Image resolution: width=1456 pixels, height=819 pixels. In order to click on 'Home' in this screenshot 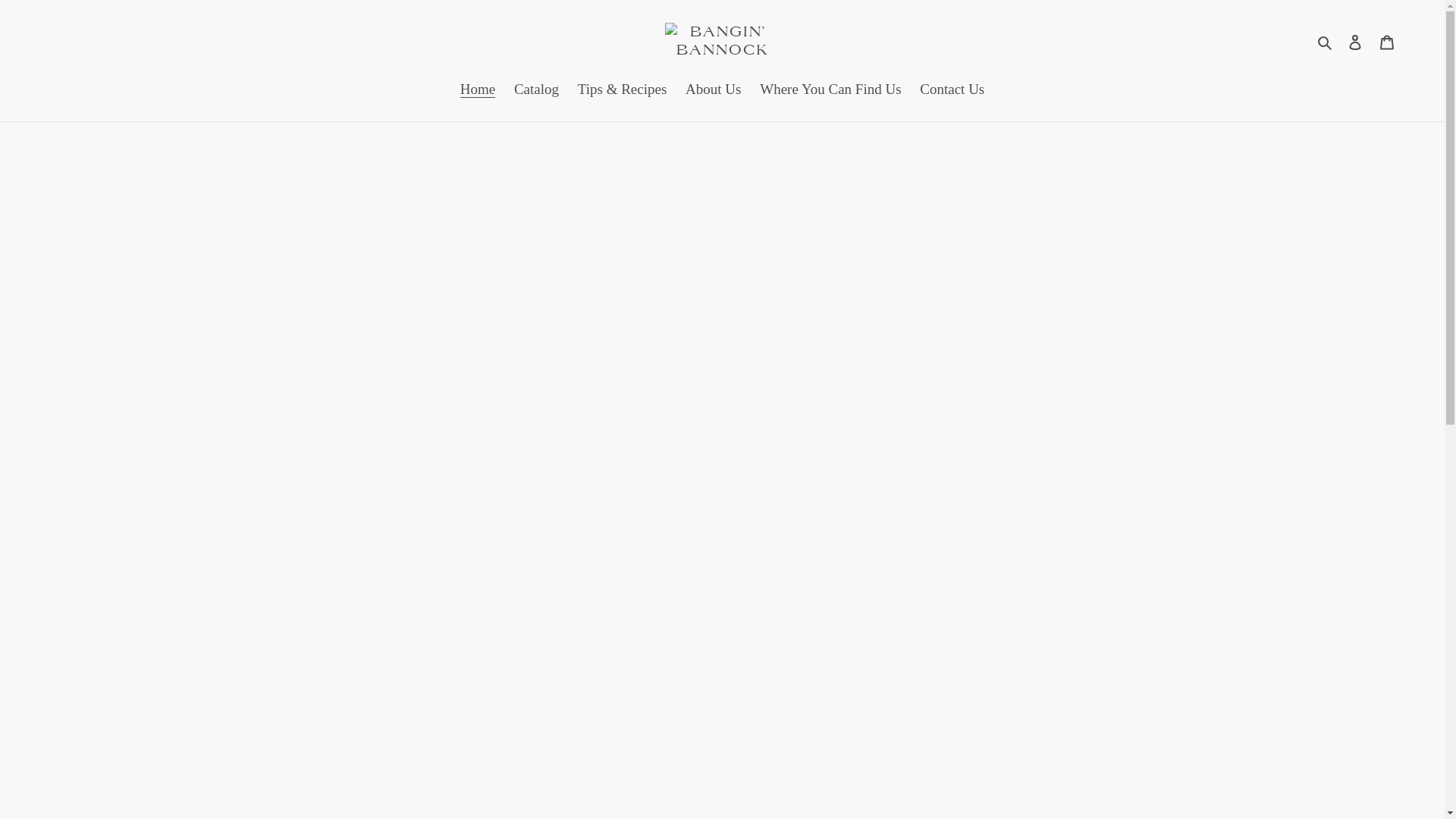, I will do `click(476, 90)`.